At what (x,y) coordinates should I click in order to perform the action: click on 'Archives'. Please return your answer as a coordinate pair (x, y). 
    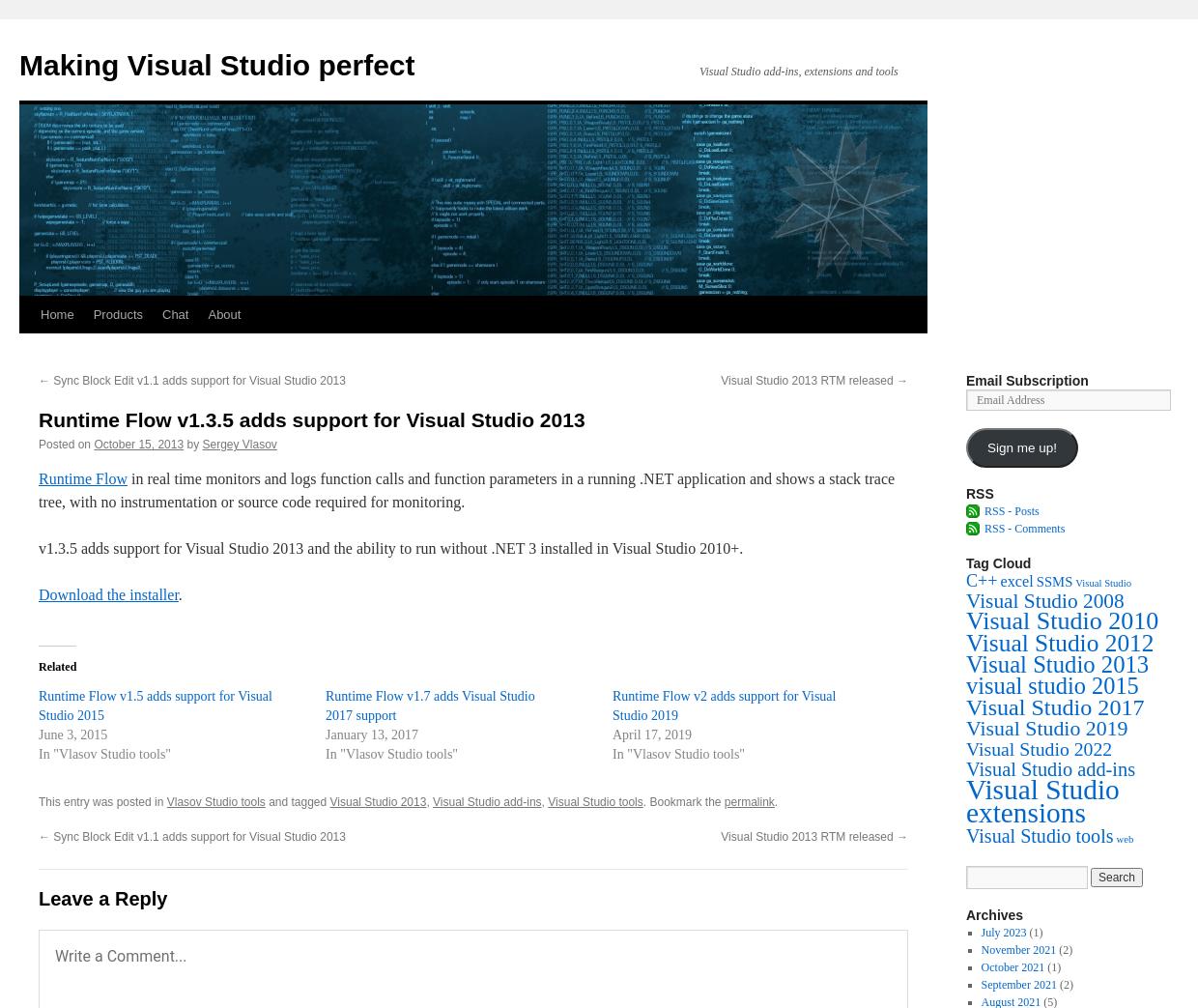
    Looking at the image, I should click on (994, 914).